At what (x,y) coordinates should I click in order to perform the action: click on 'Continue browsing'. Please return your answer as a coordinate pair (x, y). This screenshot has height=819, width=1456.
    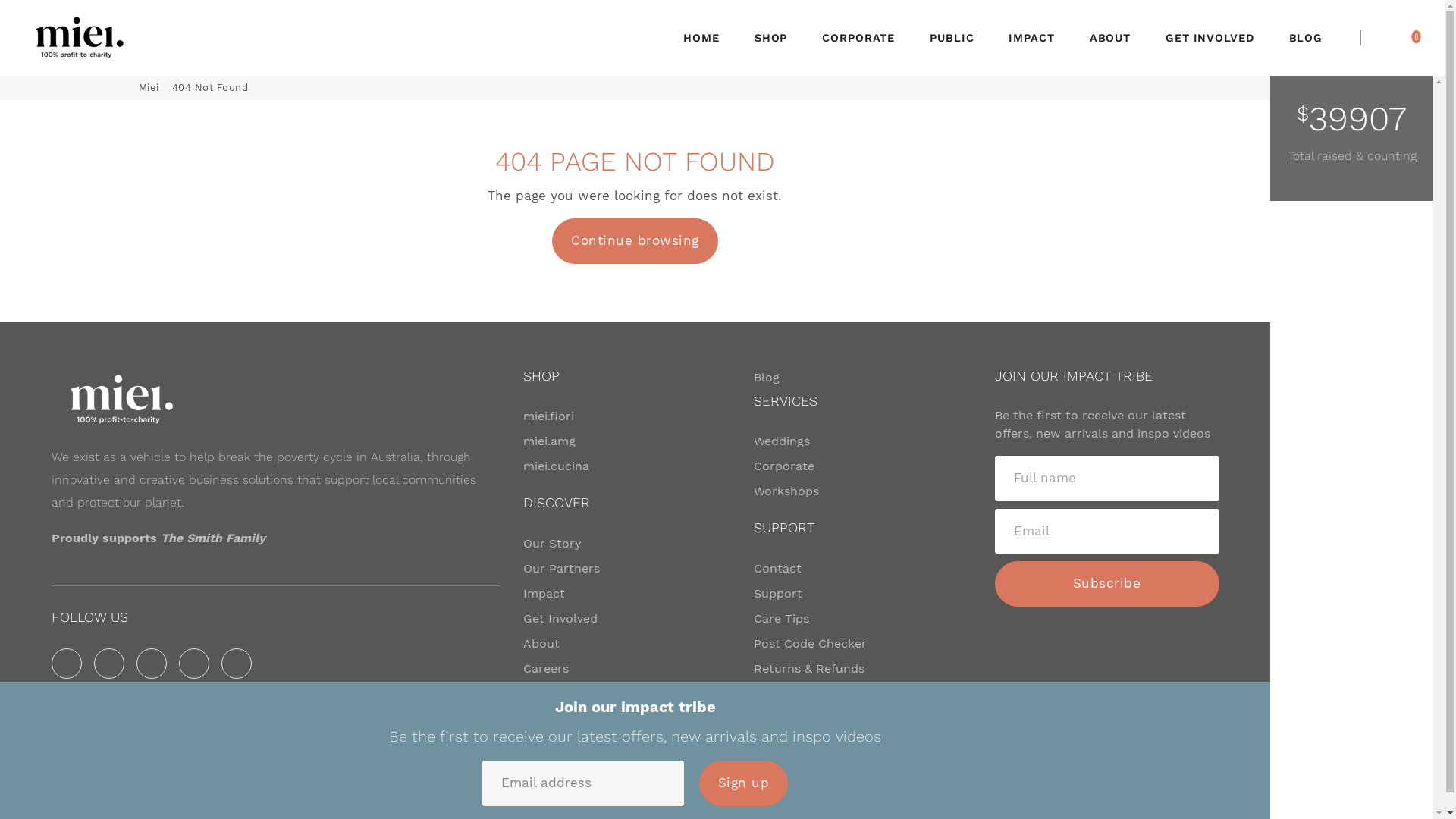
    Looking at the image, I should click on (635, 240).